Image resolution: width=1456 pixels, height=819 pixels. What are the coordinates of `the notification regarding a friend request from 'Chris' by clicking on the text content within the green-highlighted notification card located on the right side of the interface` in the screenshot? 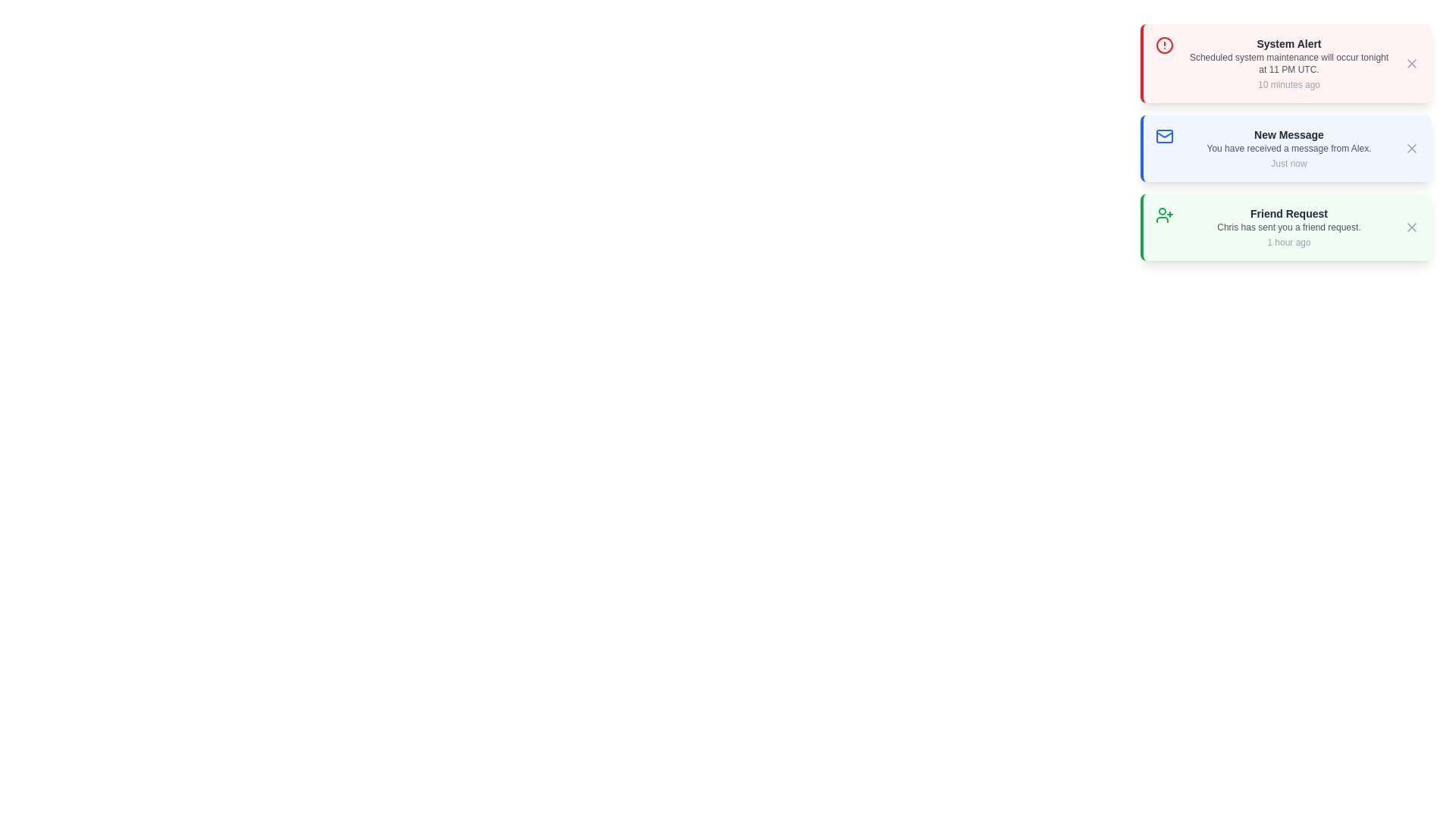 It's located at (1288, 227).